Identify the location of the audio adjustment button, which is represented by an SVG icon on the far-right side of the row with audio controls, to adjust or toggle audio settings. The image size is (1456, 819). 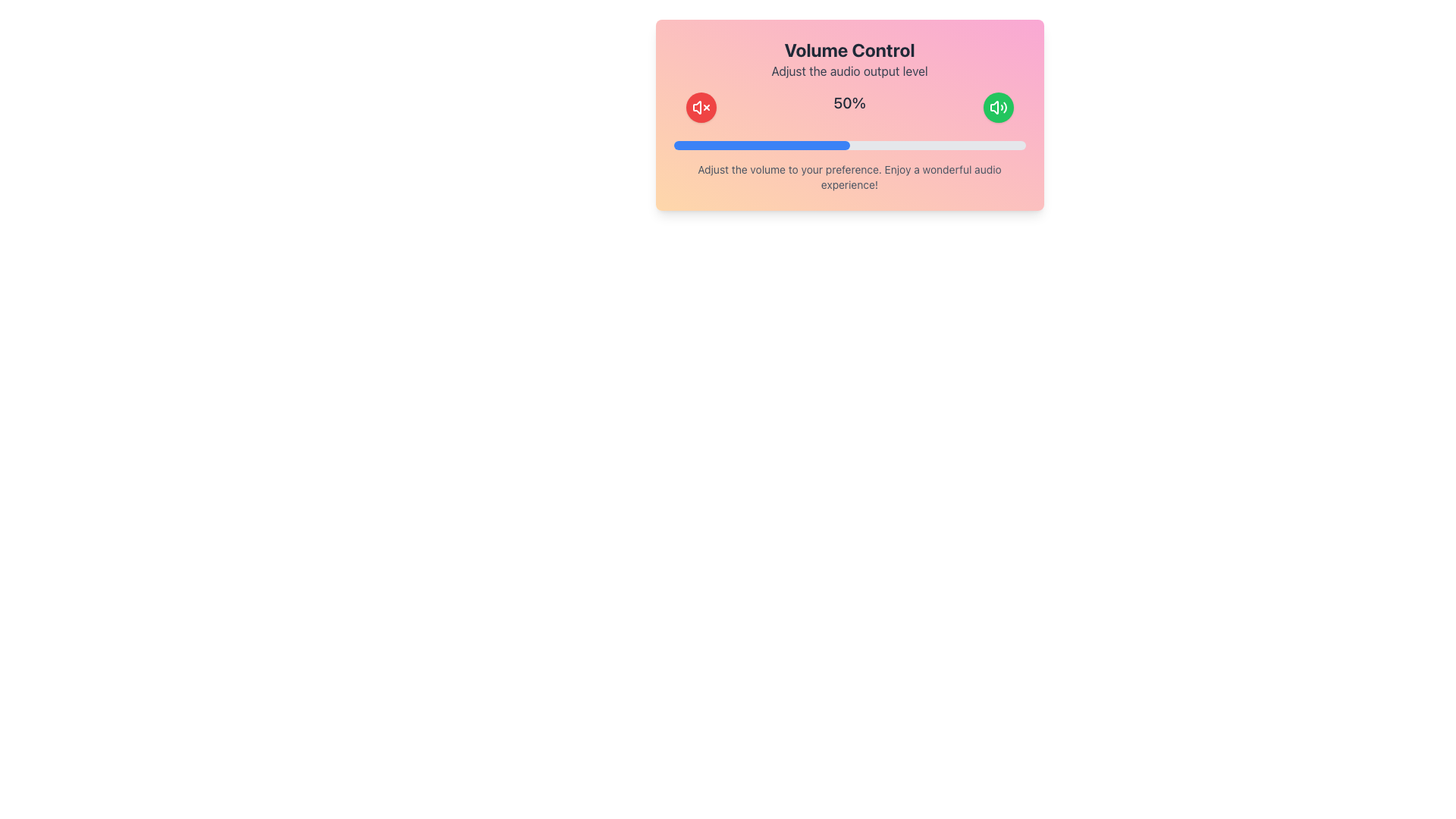
(998, 107).